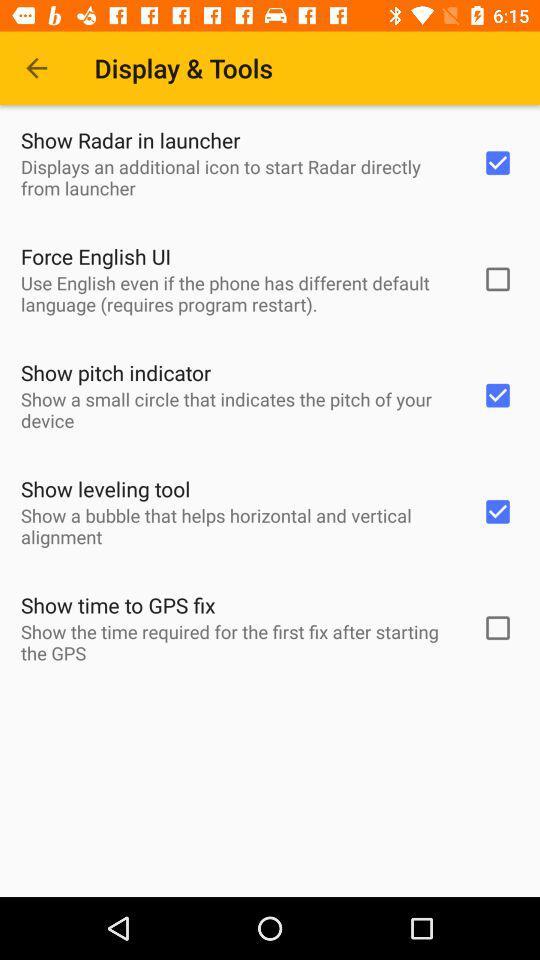 The image size is (540, 960). What do you see at coordinates (238, 176) in the screenshot?
I see `displays an additional item` at bounding box center [238, 176].